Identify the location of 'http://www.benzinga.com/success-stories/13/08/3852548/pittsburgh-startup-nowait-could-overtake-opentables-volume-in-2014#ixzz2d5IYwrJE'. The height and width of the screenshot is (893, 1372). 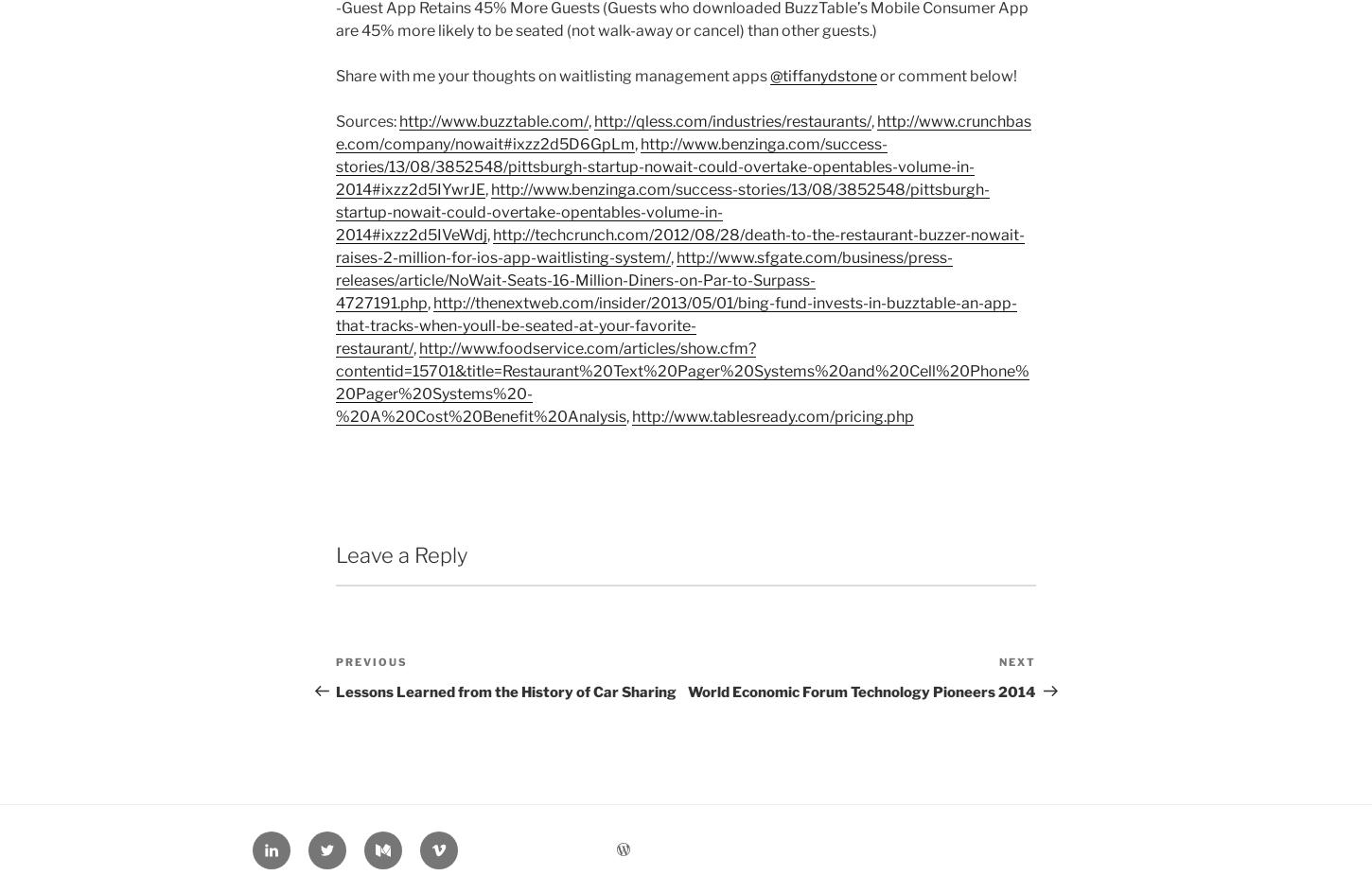
(654, 166).